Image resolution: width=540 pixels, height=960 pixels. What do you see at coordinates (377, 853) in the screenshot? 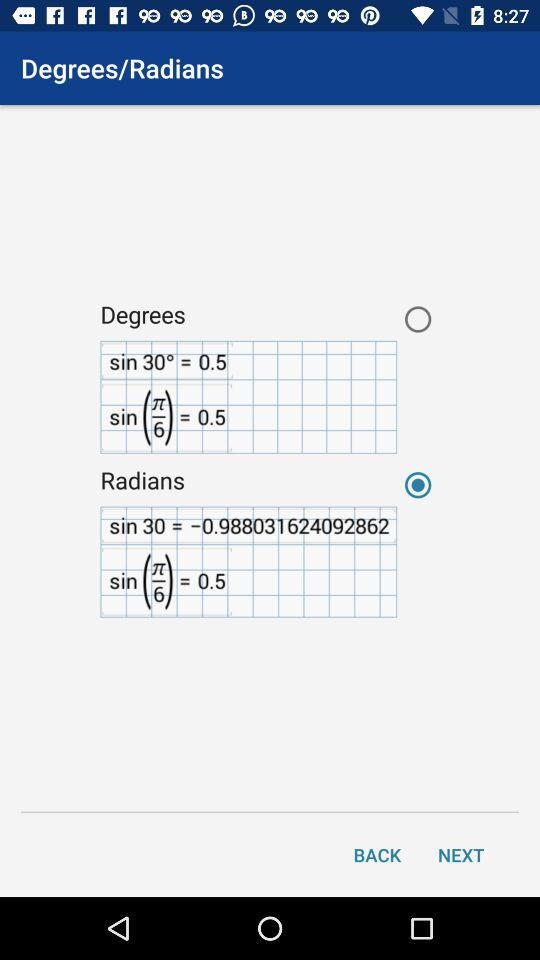
I see `the icon next to the next` at bounding box center [377, 853].